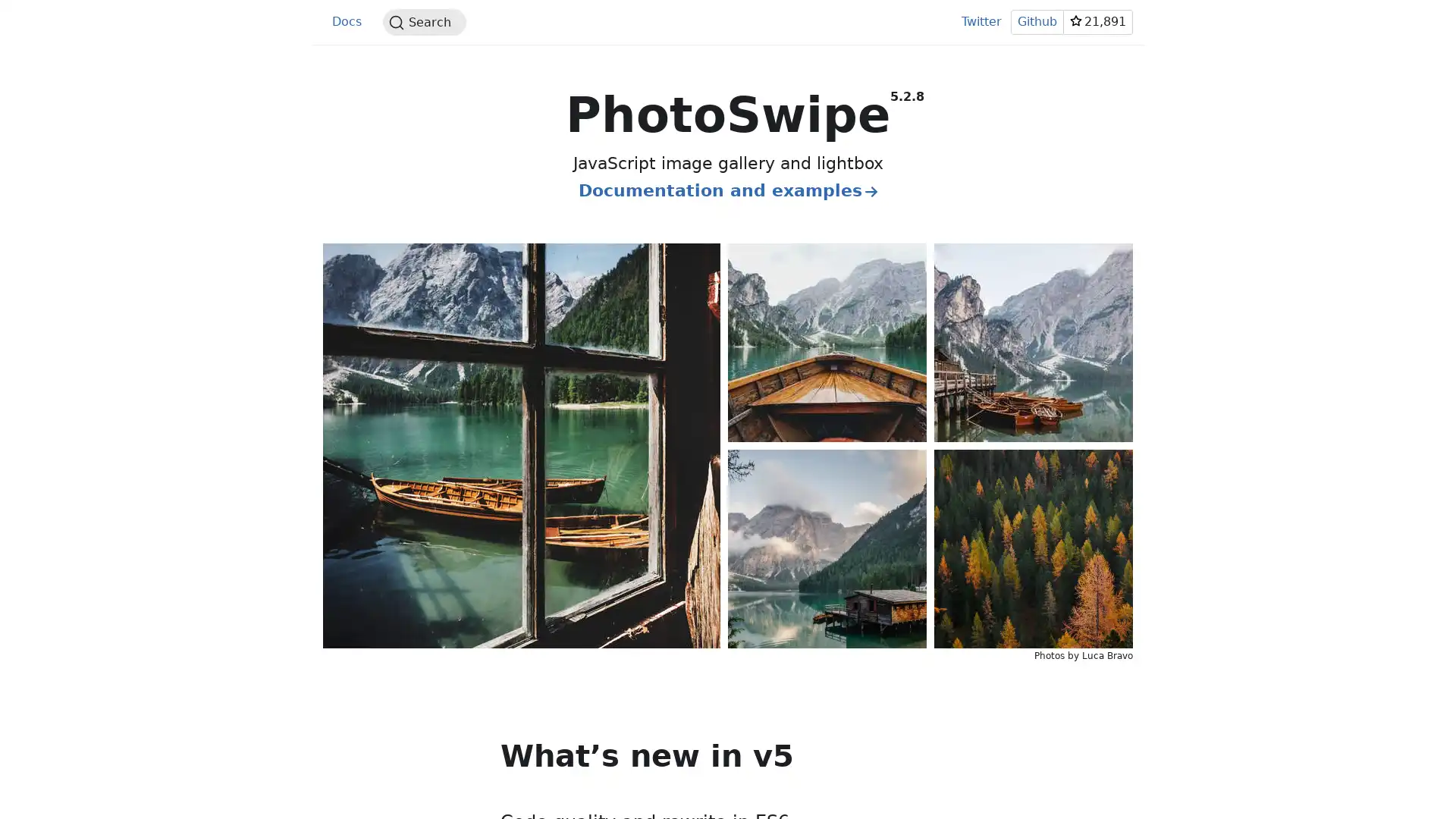 The width and height of the screenshot is (1456, 819). Describe the element at coordinates (425, 22) in the screenshot. I see `Search` at that location.